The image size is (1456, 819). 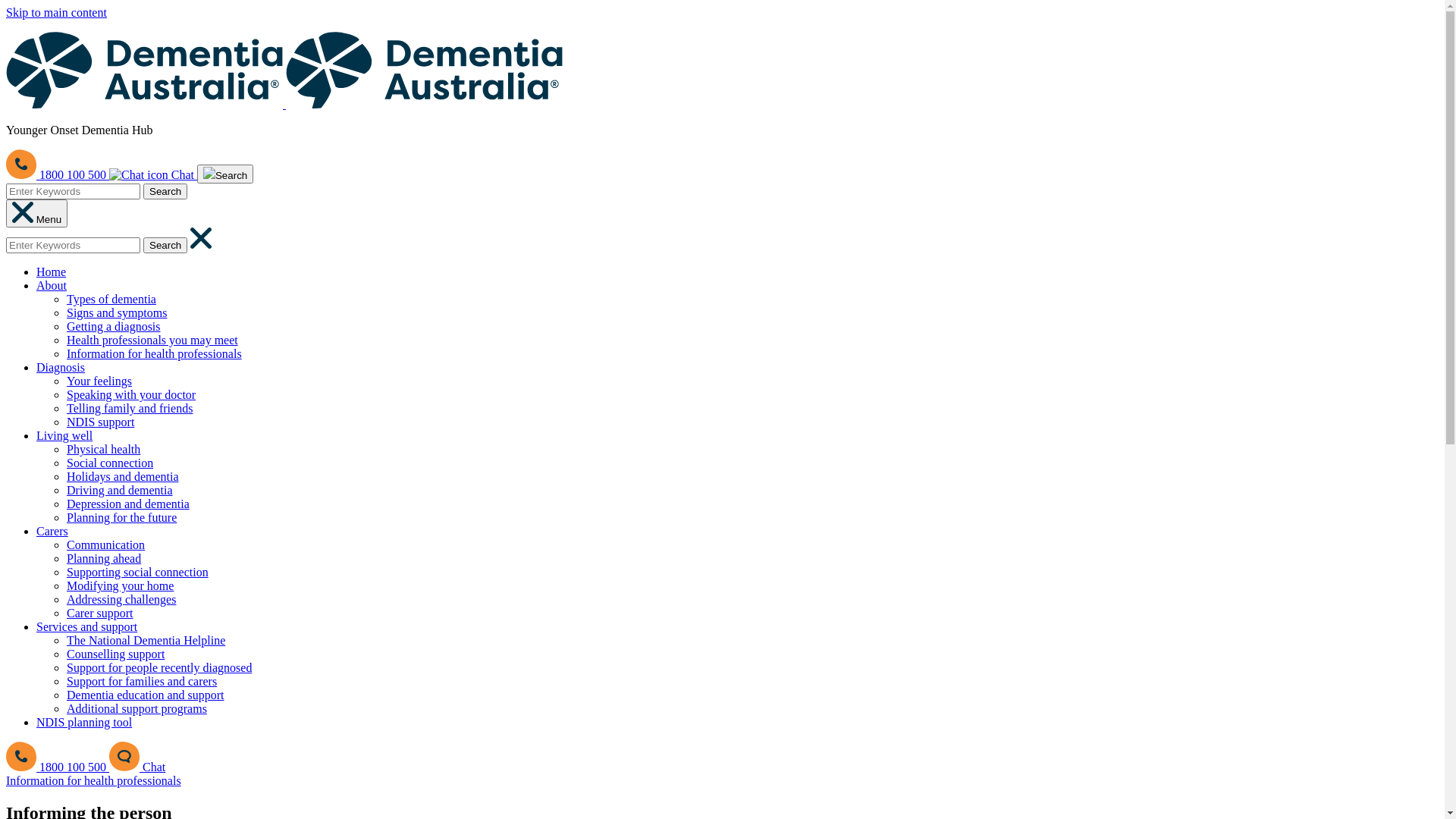 I want to click on 'Carers', so click(x=52, y=530).